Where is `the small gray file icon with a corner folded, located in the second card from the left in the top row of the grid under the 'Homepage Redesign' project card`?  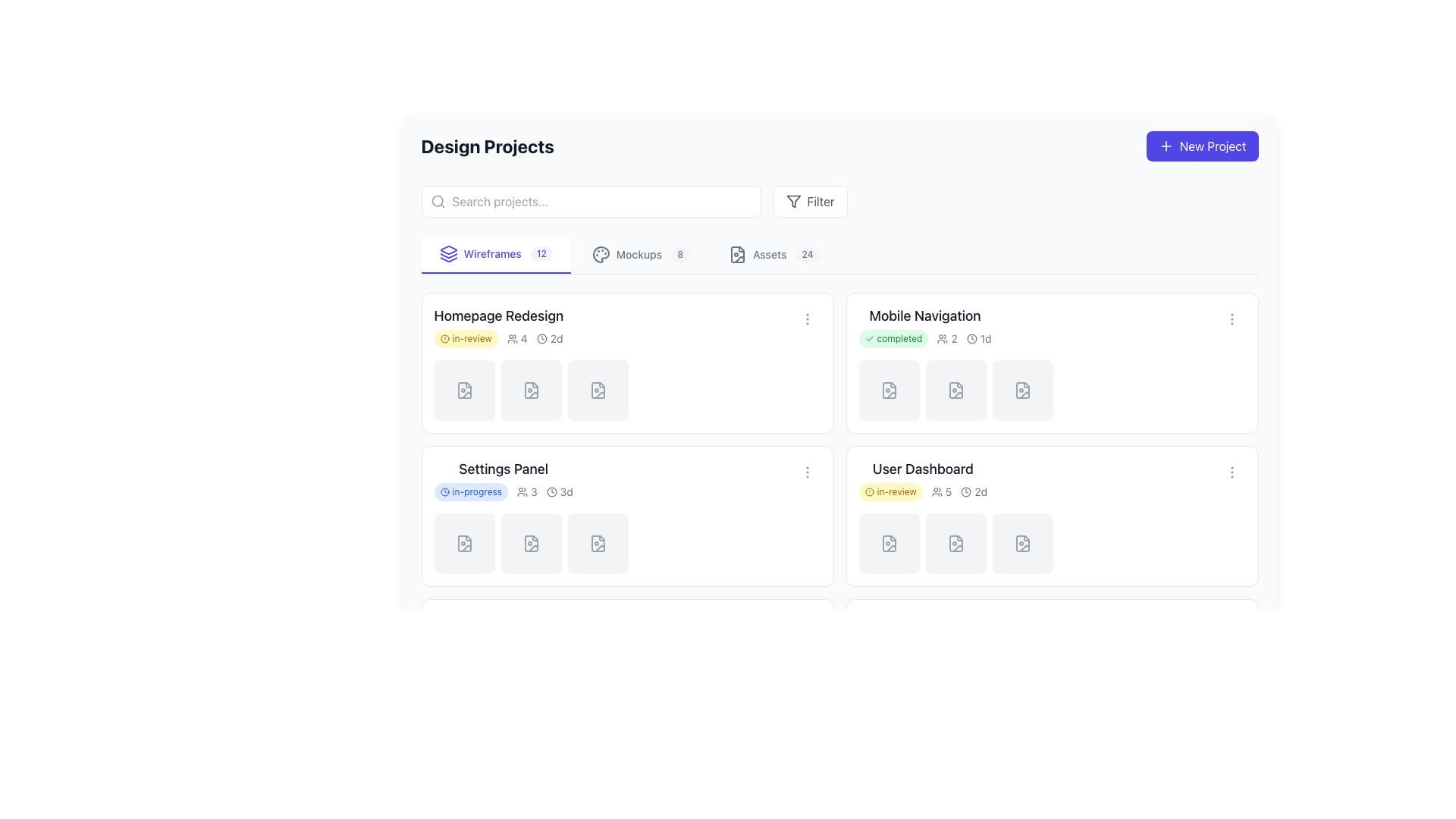 the small gray file icon with a corner folded, located in the second card from the left in the top row of the grid under the 'Homepage Redesign' project card is located at coordinates (531, 390).